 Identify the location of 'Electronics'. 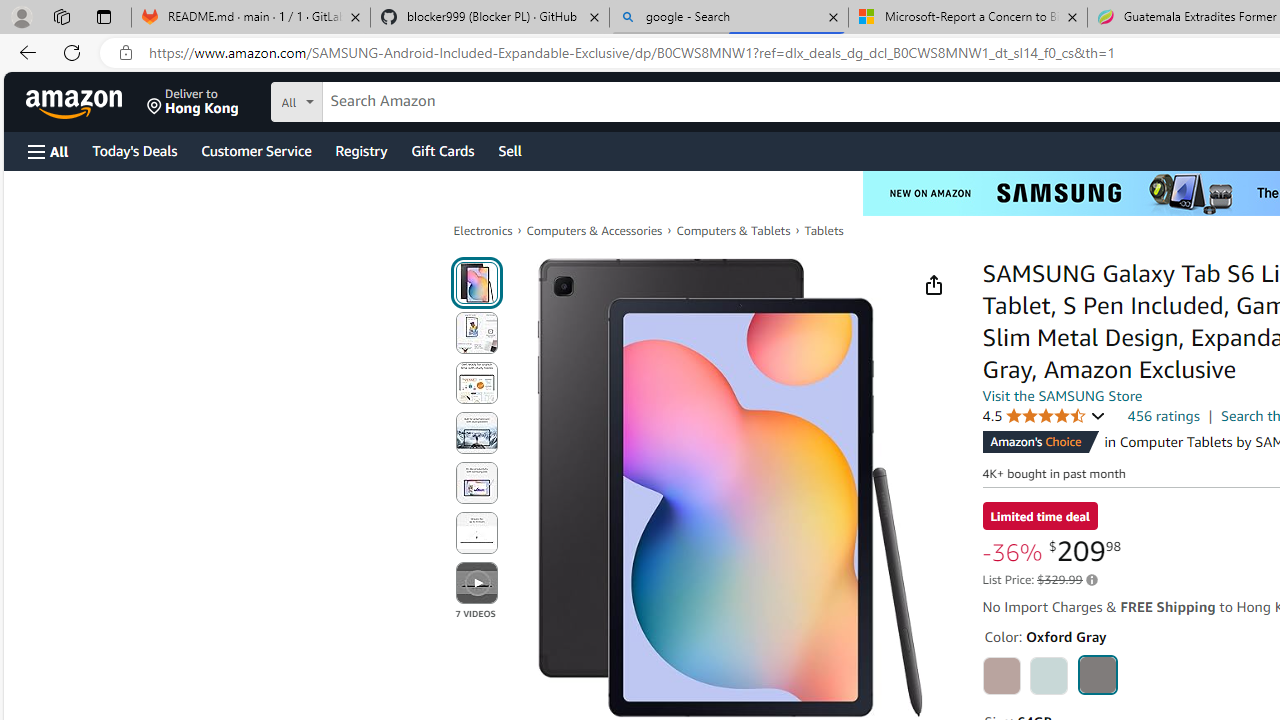
(483, 230).